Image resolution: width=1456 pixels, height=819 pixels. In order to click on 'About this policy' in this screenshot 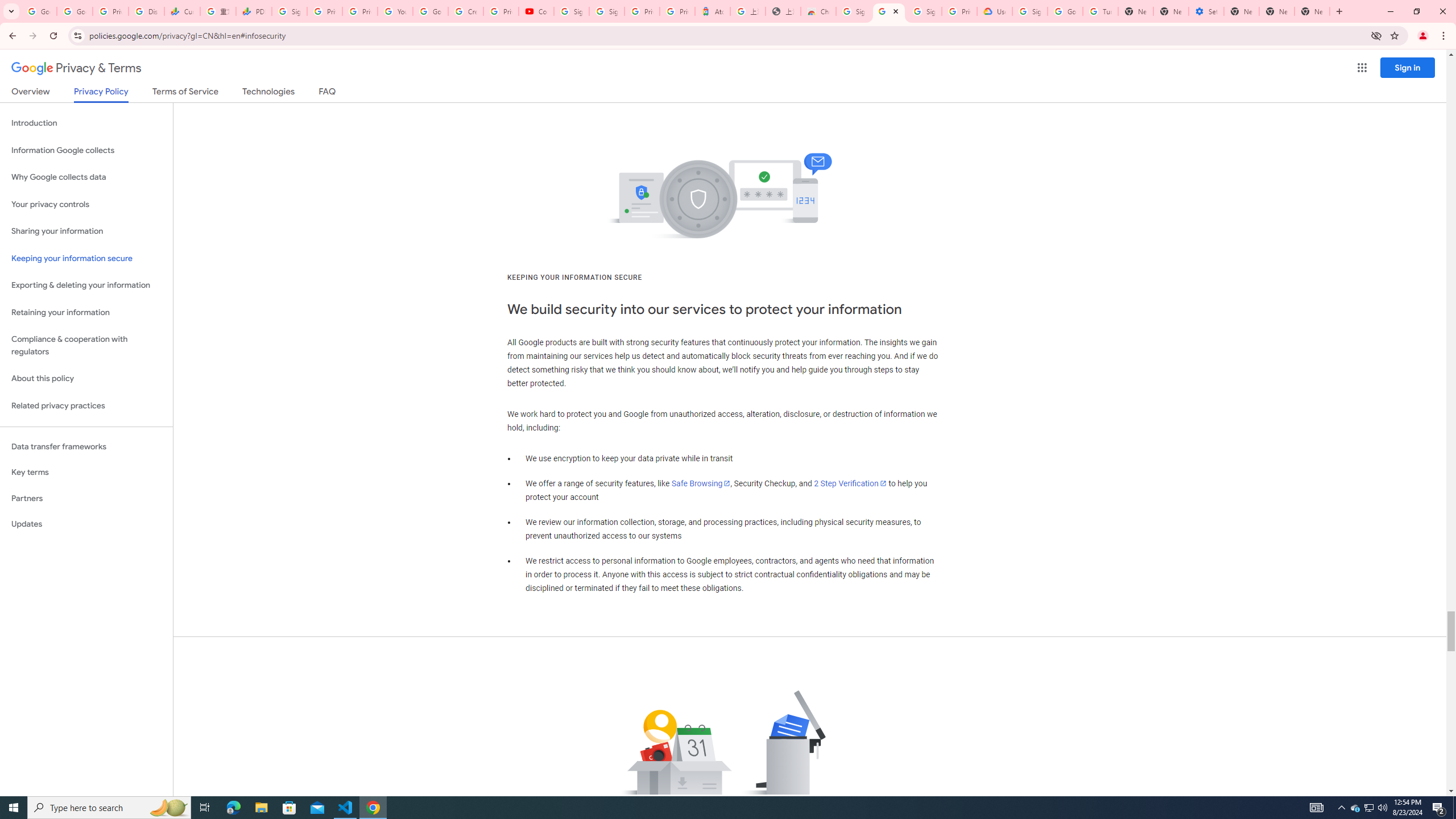, I will do `click(86, 379)`.